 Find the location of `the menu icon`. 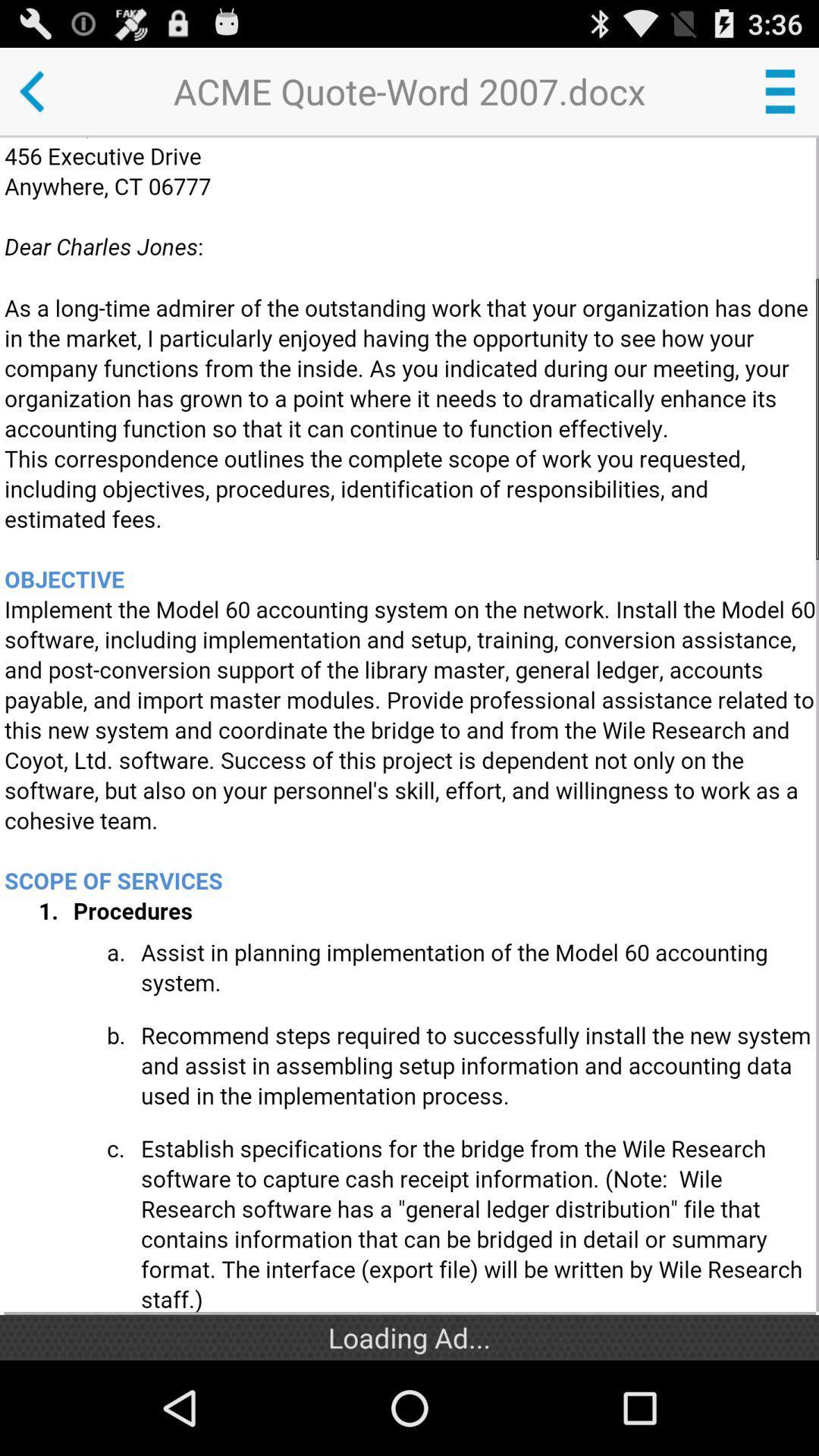

the menu icon is located at coordinates (780, 97).